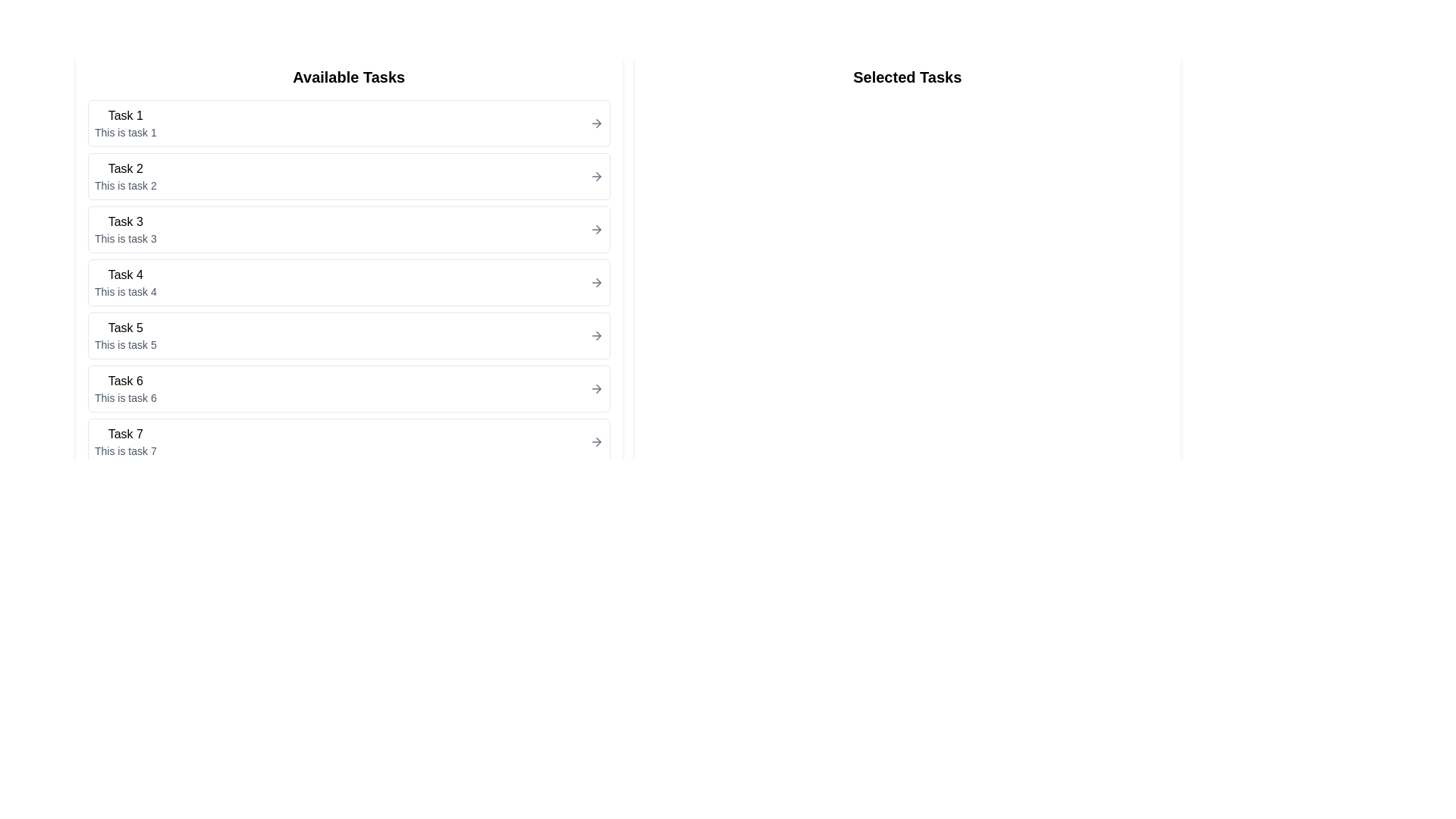 The width and height of the screenshot is (1456, 819). I want to click on the text element displaying 'Task 5', which is the title of the fifth item in the 'Available Tasks' list, so click(125, 327).